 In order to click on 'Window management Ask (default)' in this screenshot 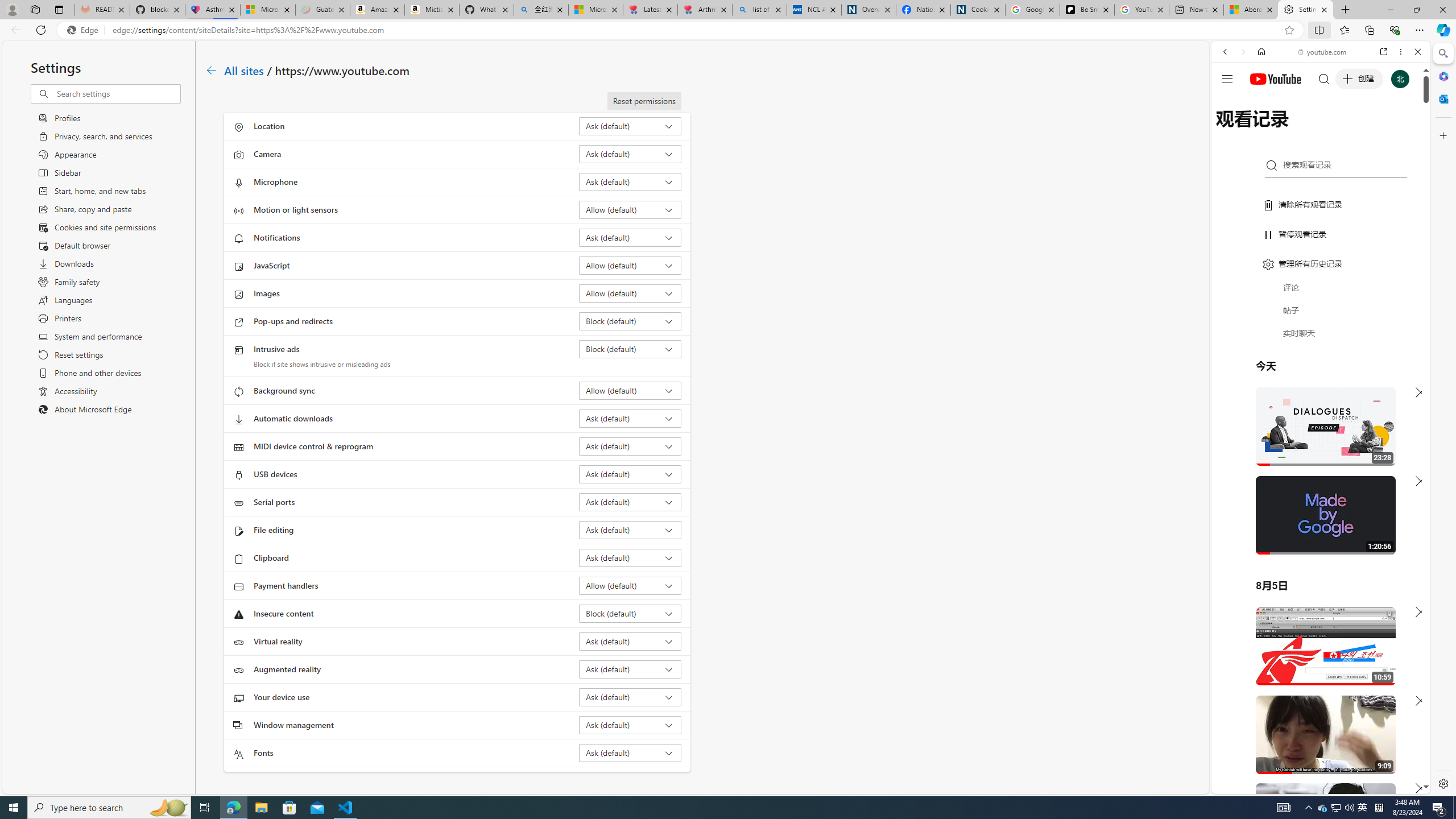, I will do `click(630, 725)`.